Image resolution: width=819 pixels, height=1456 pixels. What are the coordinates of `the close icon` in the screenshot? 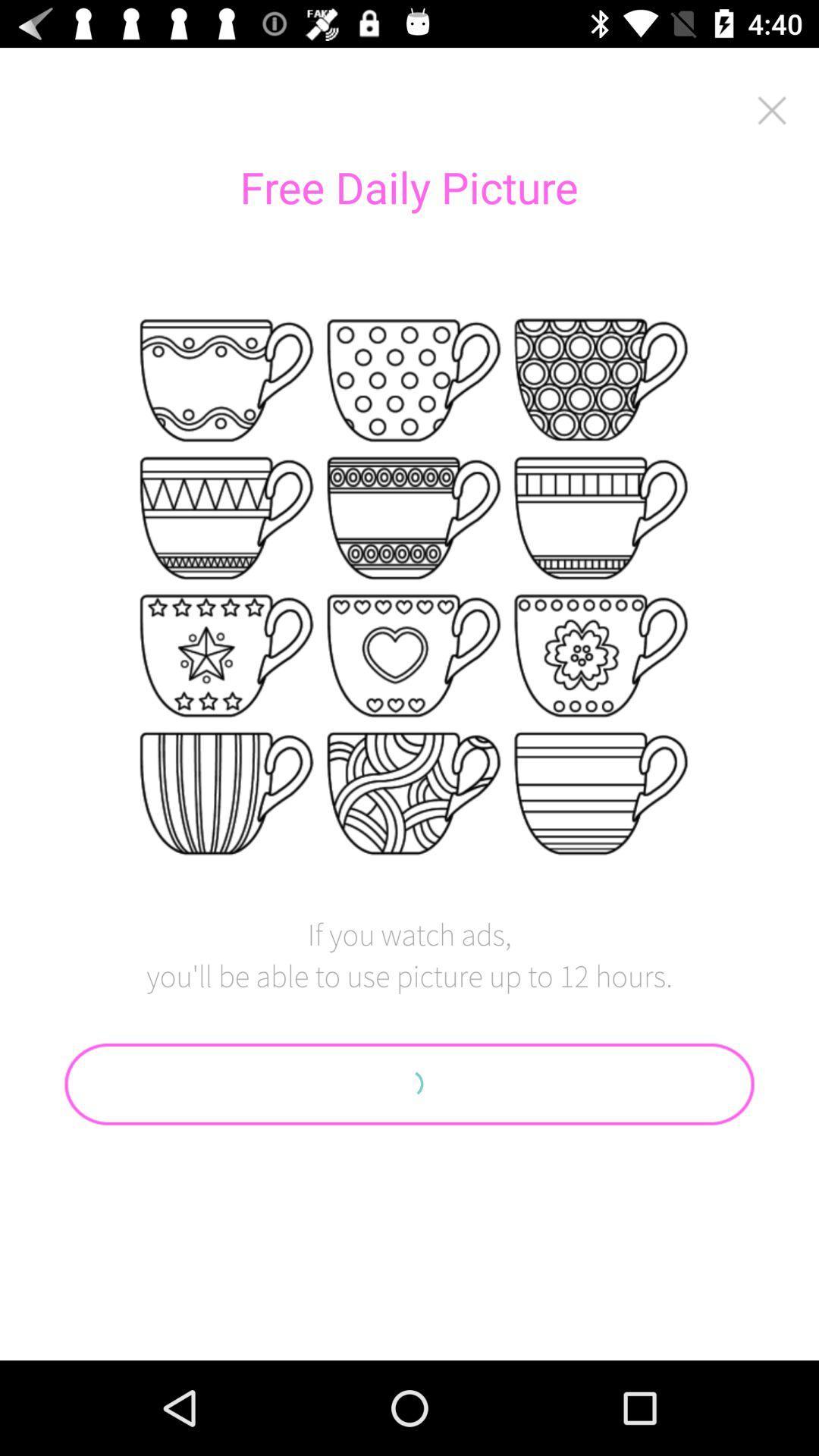 It's located at (772, 109).